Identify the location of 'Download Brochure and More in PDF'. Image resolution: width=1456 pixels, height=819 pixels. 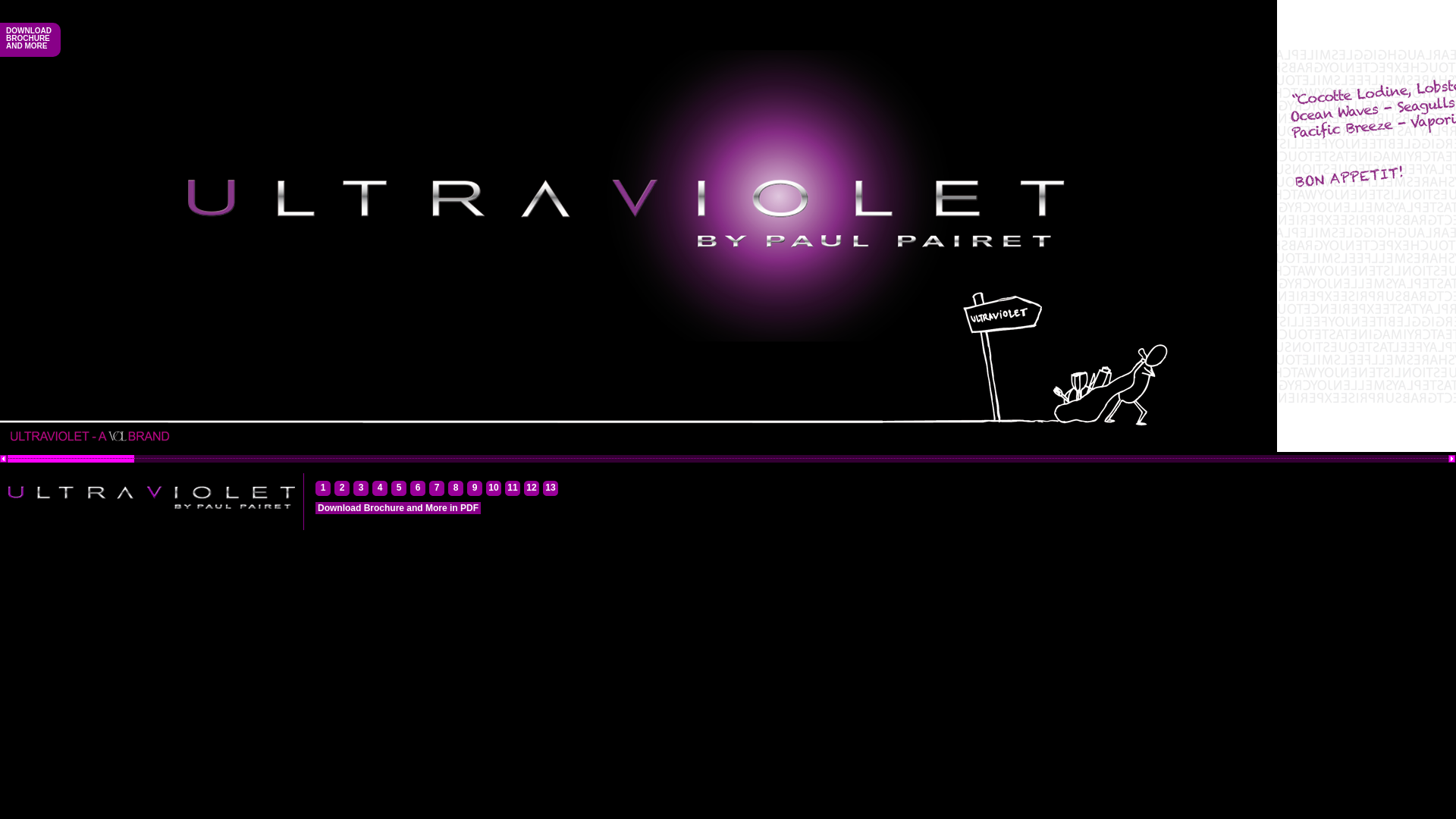
(397, 508).